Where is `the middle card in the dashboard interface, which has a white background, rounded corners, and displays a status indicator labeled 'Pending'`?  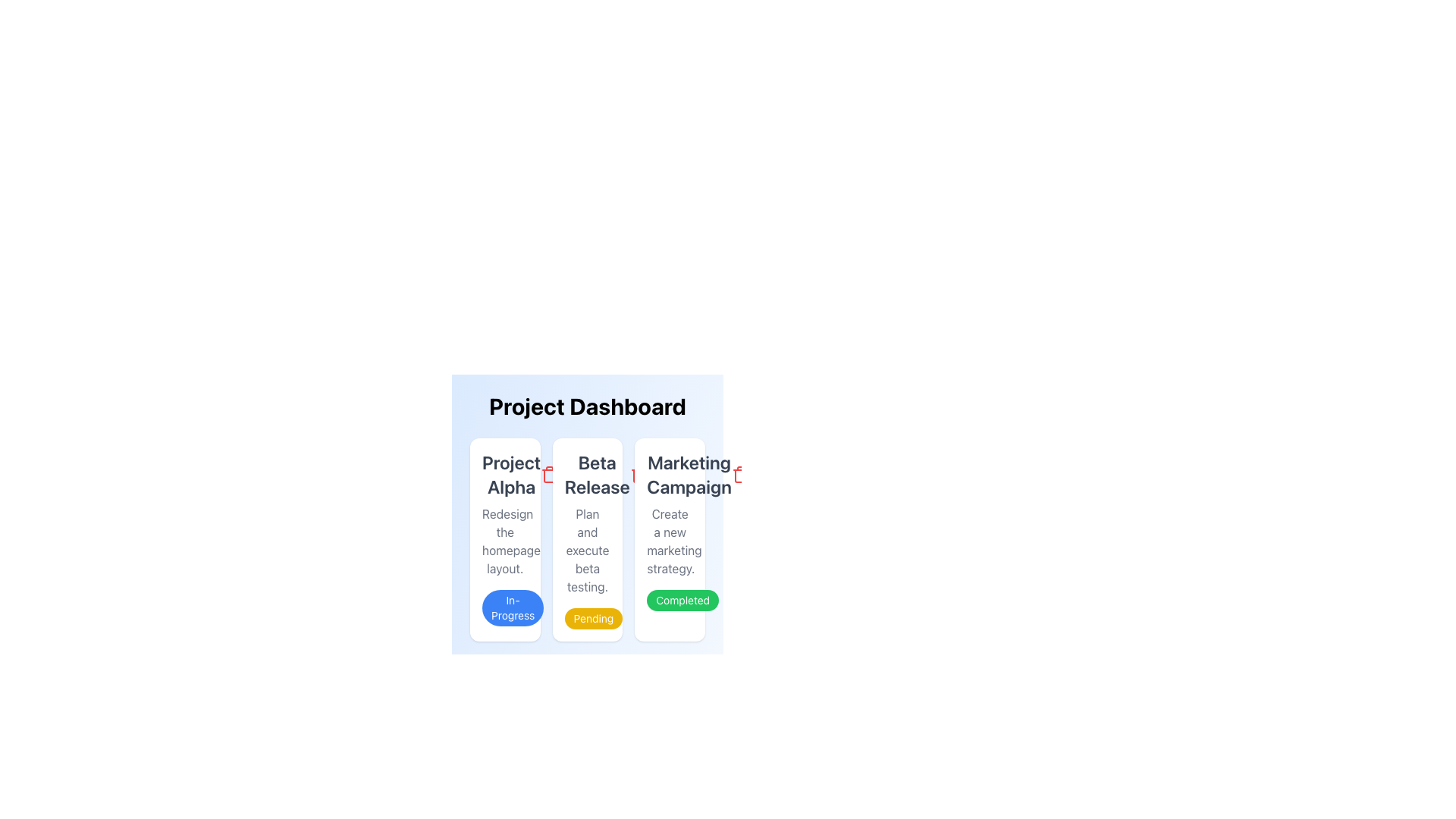
the middle card in the dashboard interface, which has a white background, rounded corners, and displays a status indicator labeled 'Pending' is located at coordinates (586, 505).